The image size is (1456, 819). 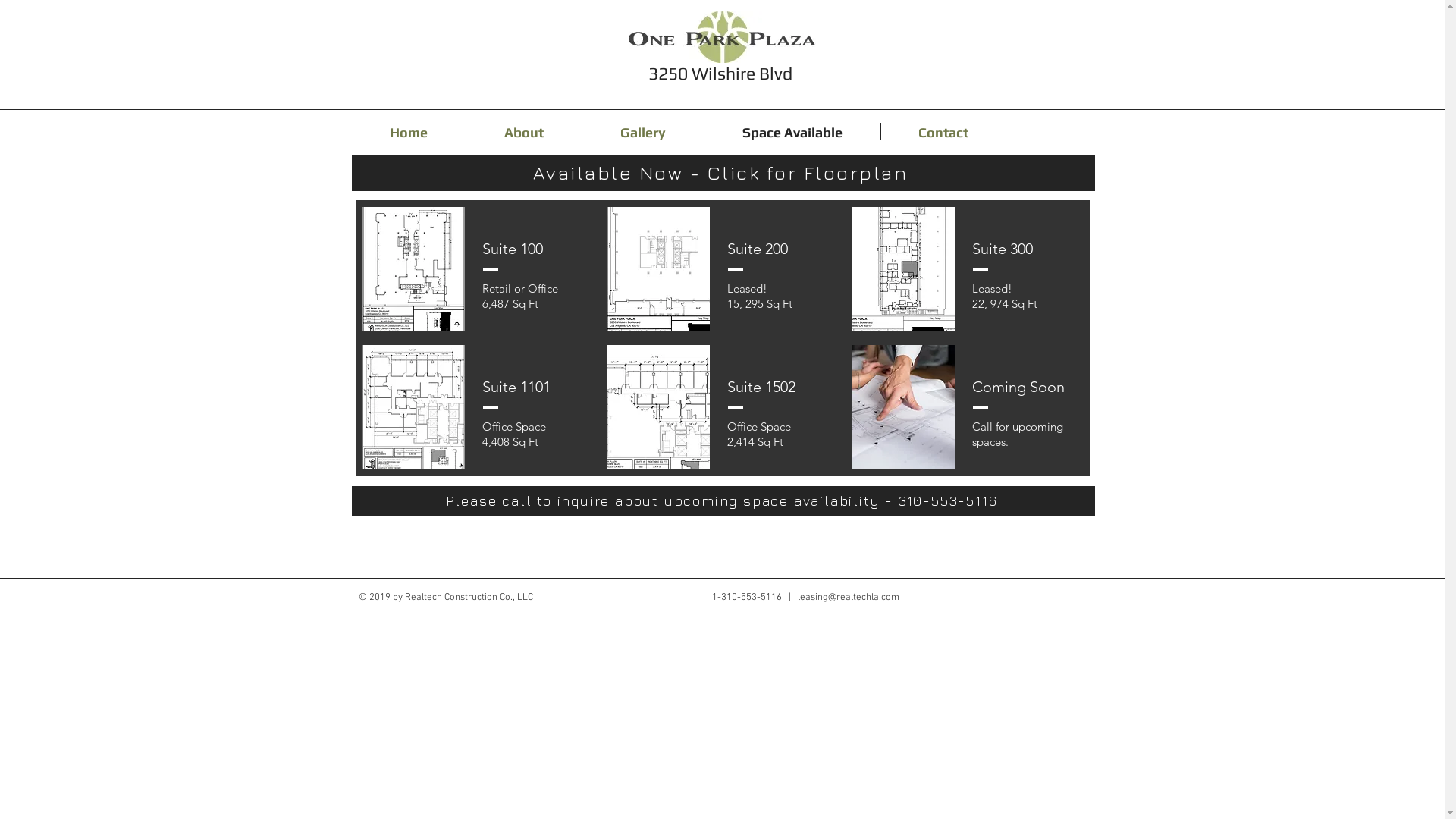 I want to click on 'Space Available', so click(x=702, y=130).